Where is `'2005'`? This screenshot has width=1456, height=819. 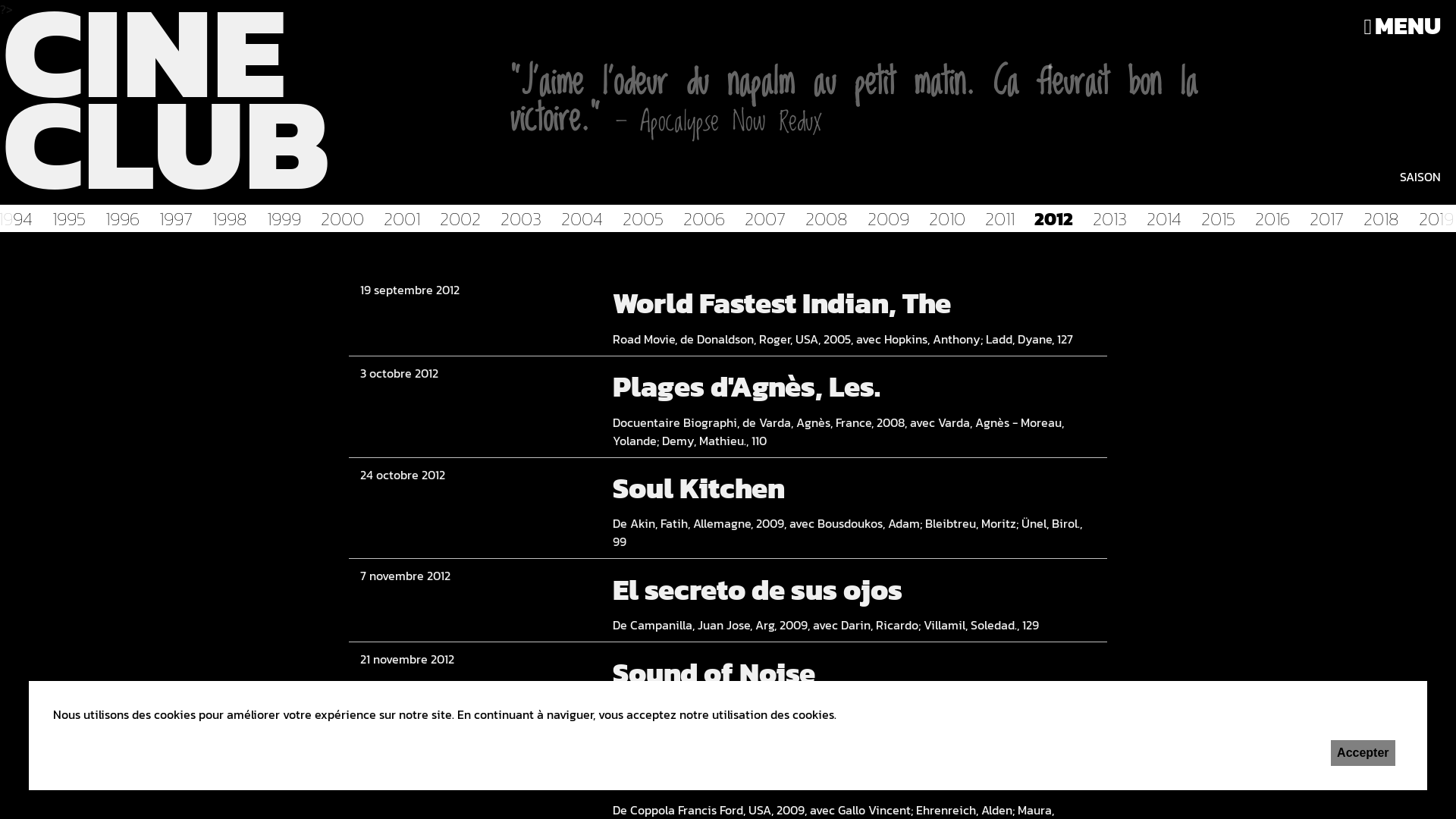 '2005' is located at coordinates (647, 218).